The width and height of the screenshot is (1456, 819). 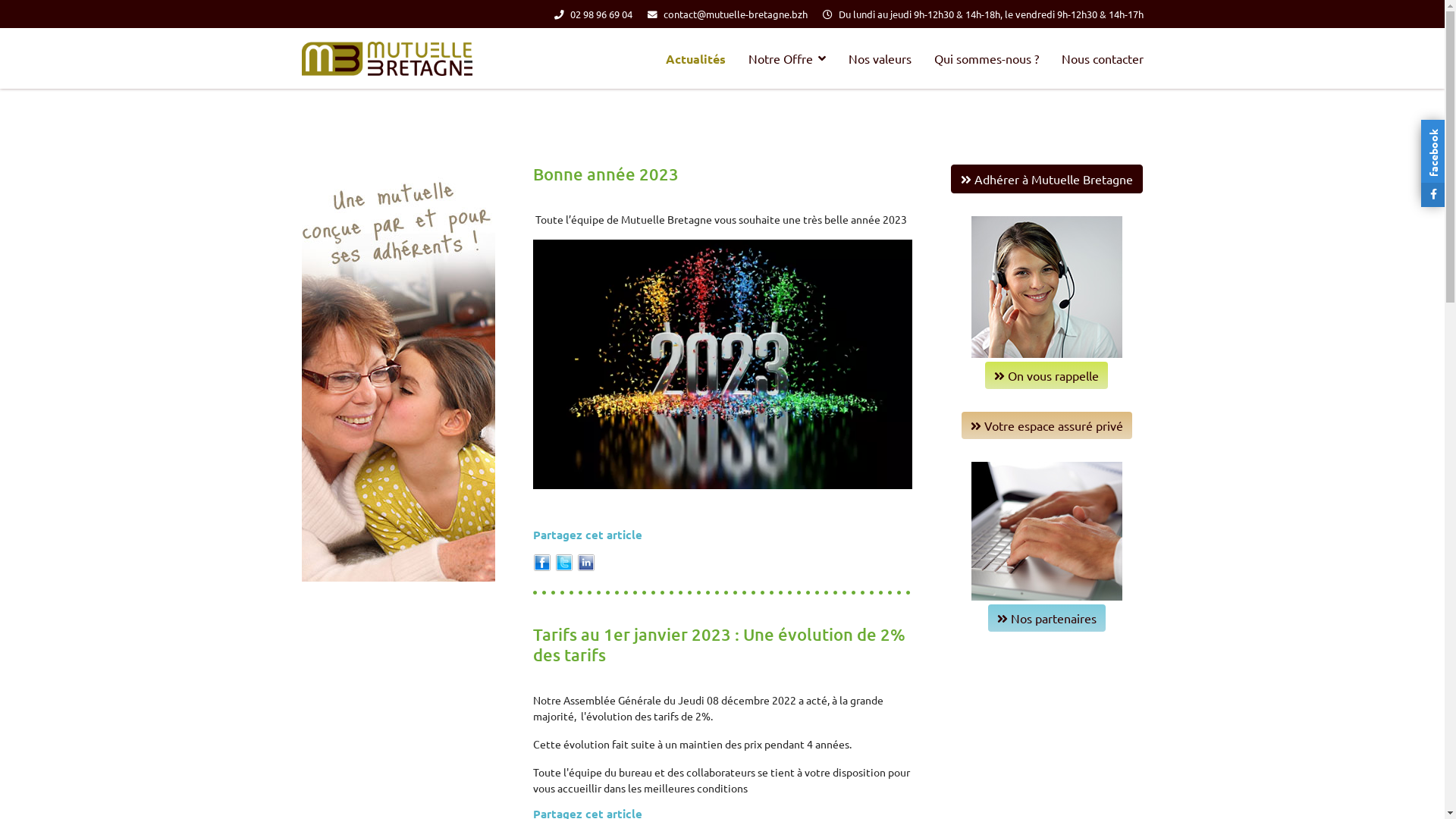 I want to click on 'On vous rappelle', so click(x=1046, y=375).